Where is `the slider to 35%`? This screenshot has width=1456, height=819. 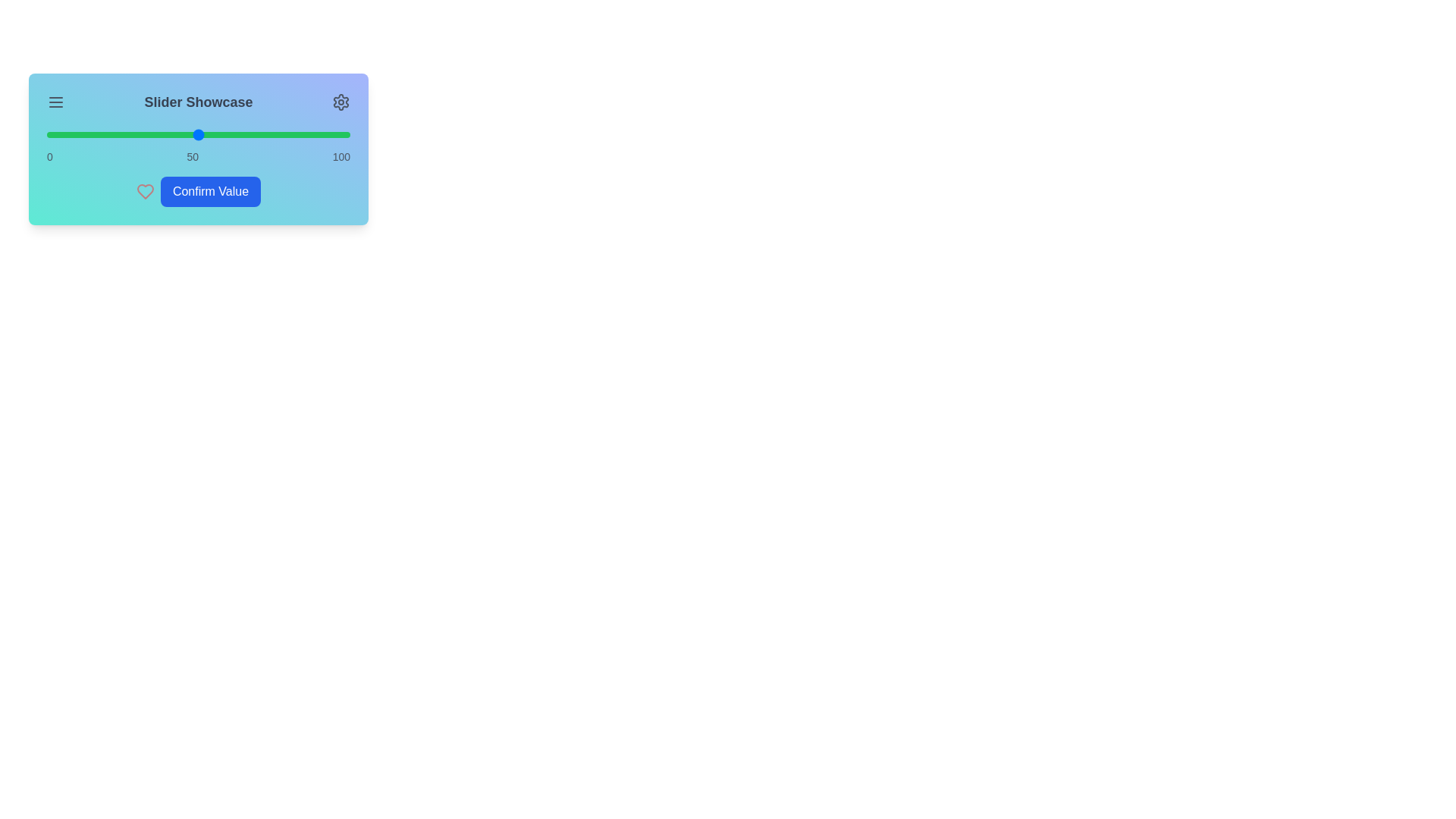
the slider to 35% is located at coordinates (152, 133).